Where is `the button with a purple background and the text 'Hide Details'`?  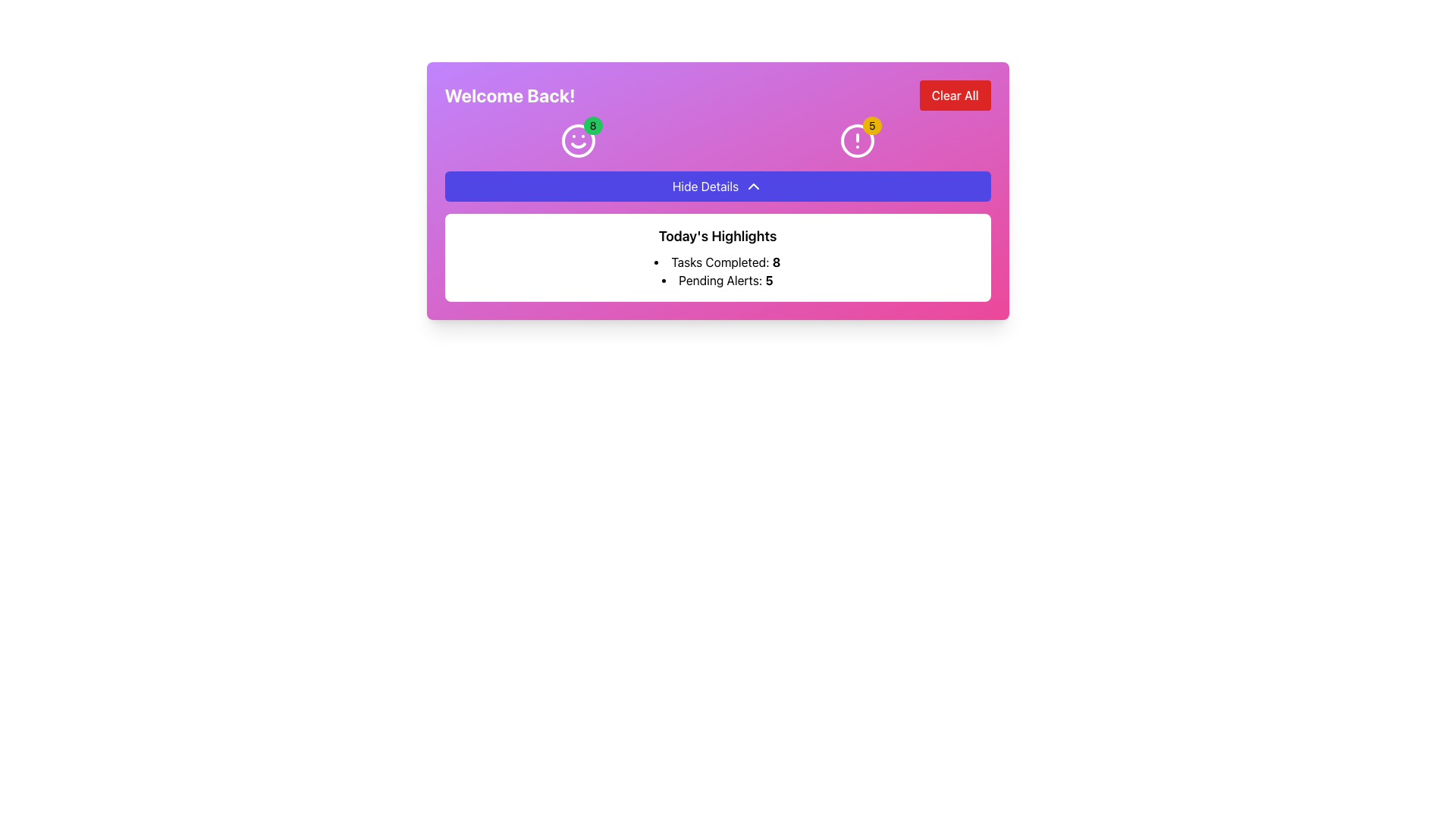
the button with a purple background and the text 'Hide Details' is located at coordinates (717, 186).